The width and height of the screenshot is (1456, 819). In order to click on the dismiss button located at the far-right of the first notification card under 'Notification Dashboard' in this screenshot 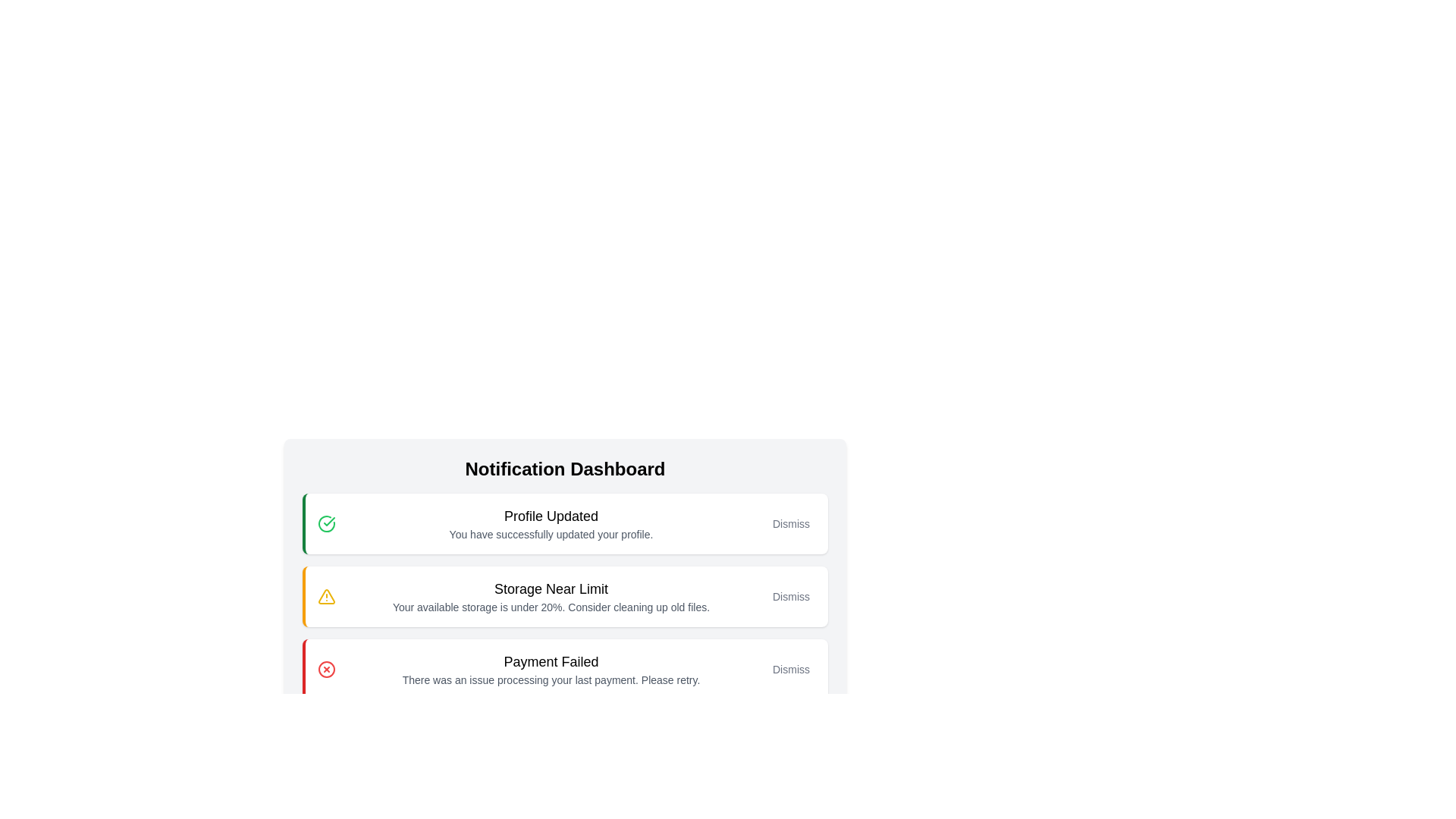, I will do `click(790, 522)`.